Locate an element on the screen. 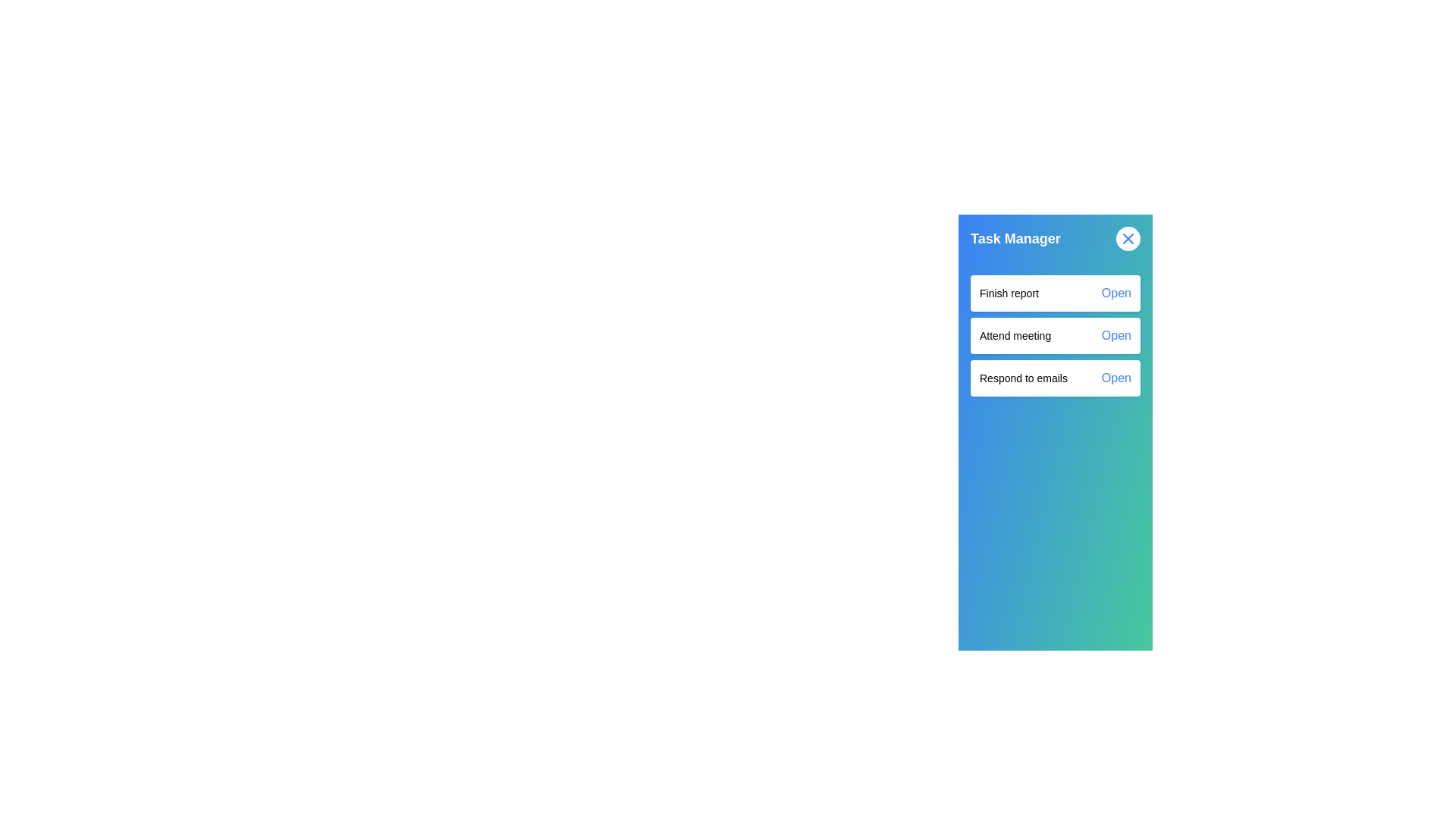 The image size is (1456, 819). the 'X' icon in the top-right corner of the application layout is located at coordinates (1128, 239).